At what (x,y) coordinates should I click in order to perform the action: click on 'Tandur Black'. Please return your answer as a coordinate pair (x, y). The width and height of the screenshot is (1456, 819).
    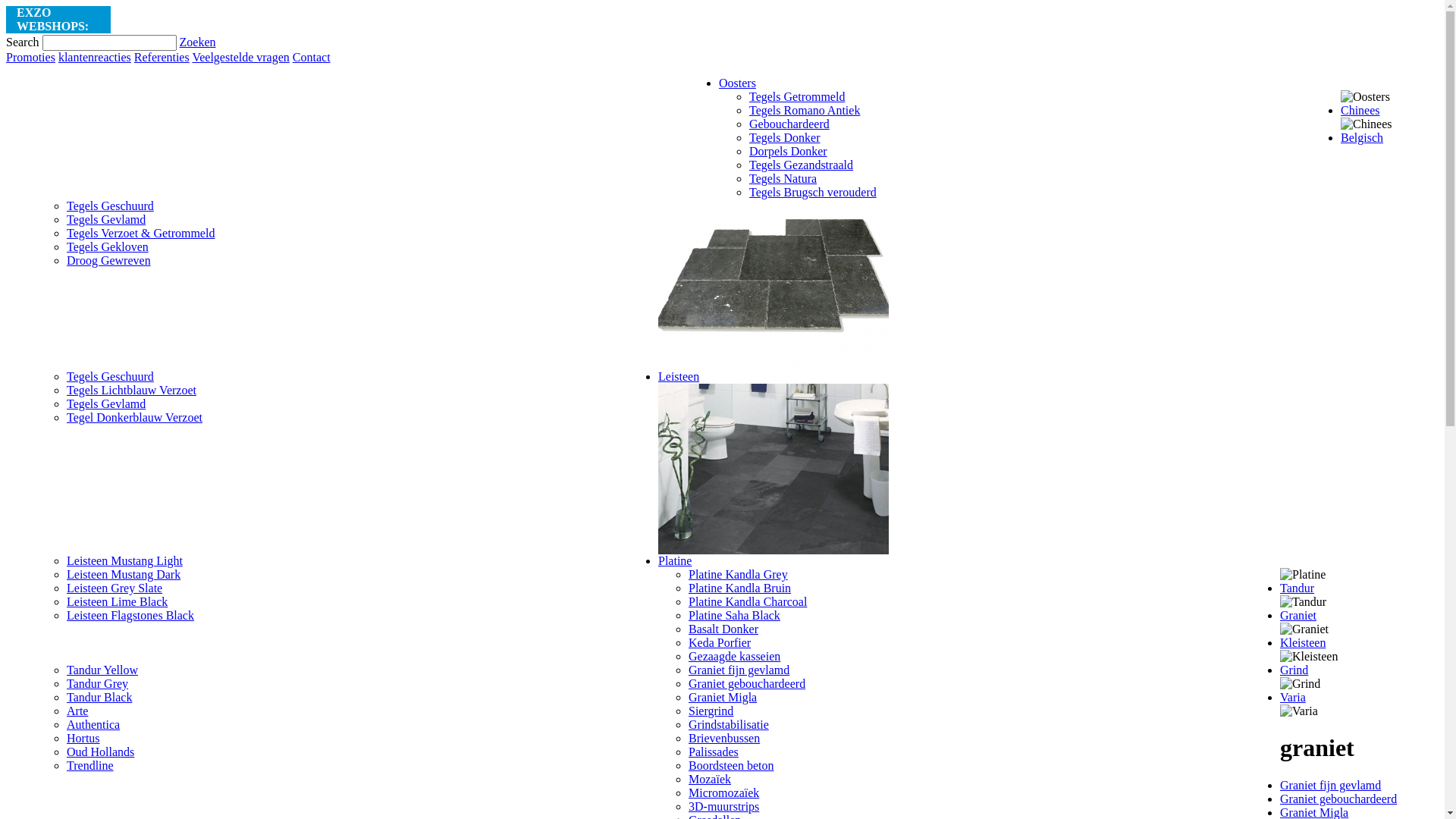
    Looking at the image, I should click on (65, 697).